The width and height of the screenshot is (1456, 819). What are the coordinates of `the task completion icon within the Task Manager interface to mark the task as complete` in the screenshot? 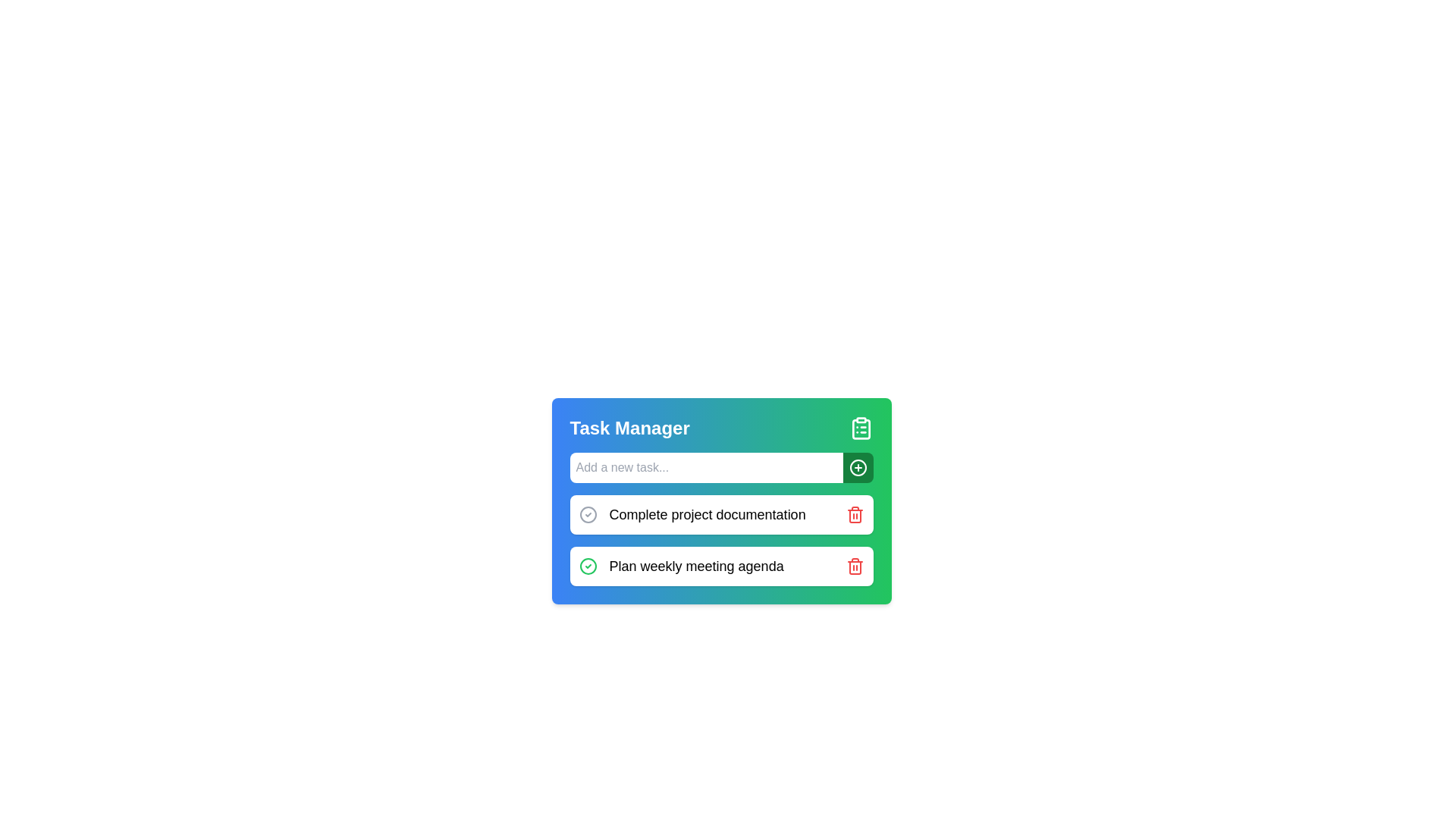 It's located at (720, 544).